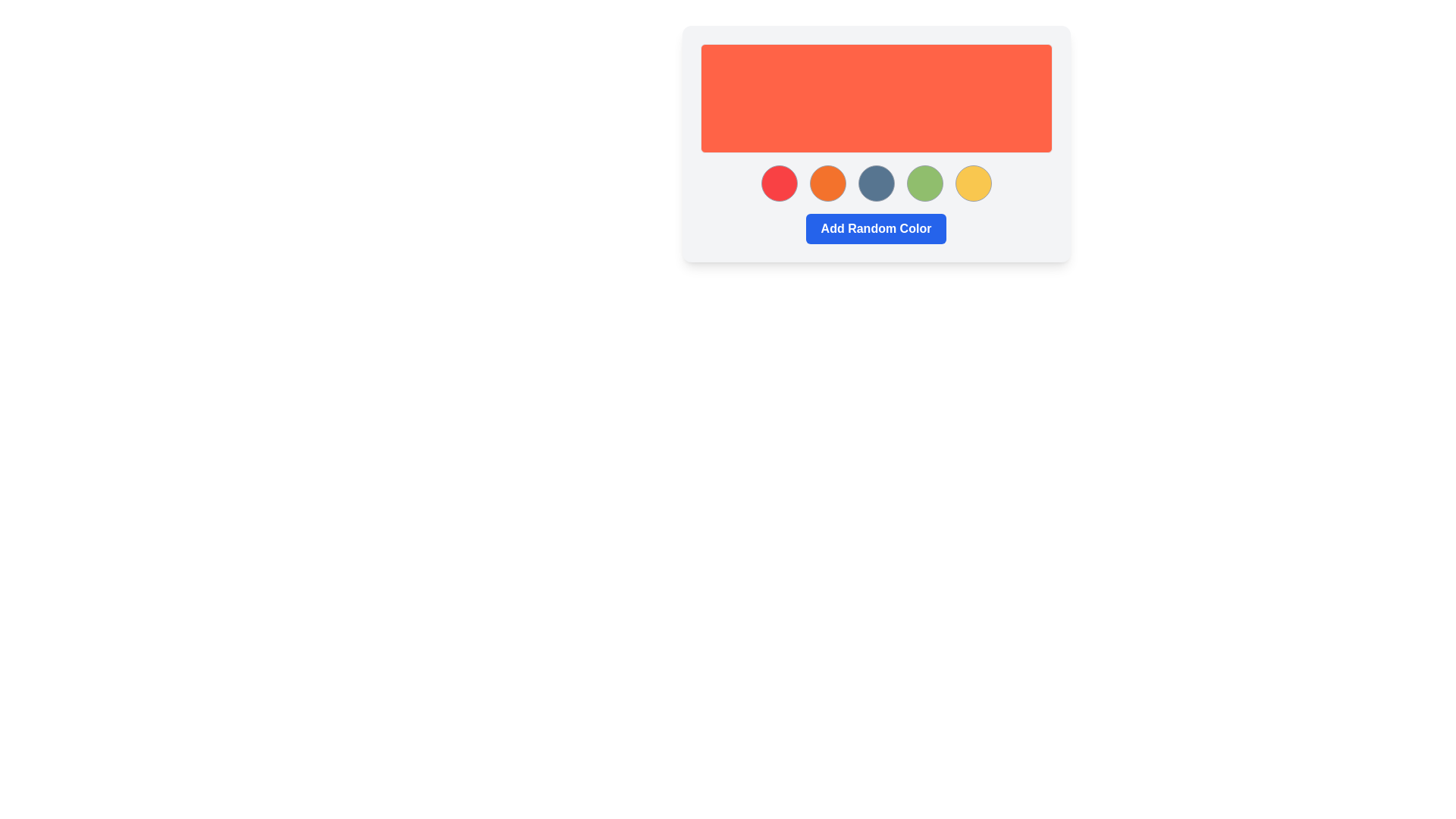 This screenshot has width=1456, height=819. What do you see at coordinates (779, 183) in the screenshot?
I see `the first circular color selector button, which is part of a row of five buttons and positioned above the 'Add Random Color' button` at bounding box center [779, 183].